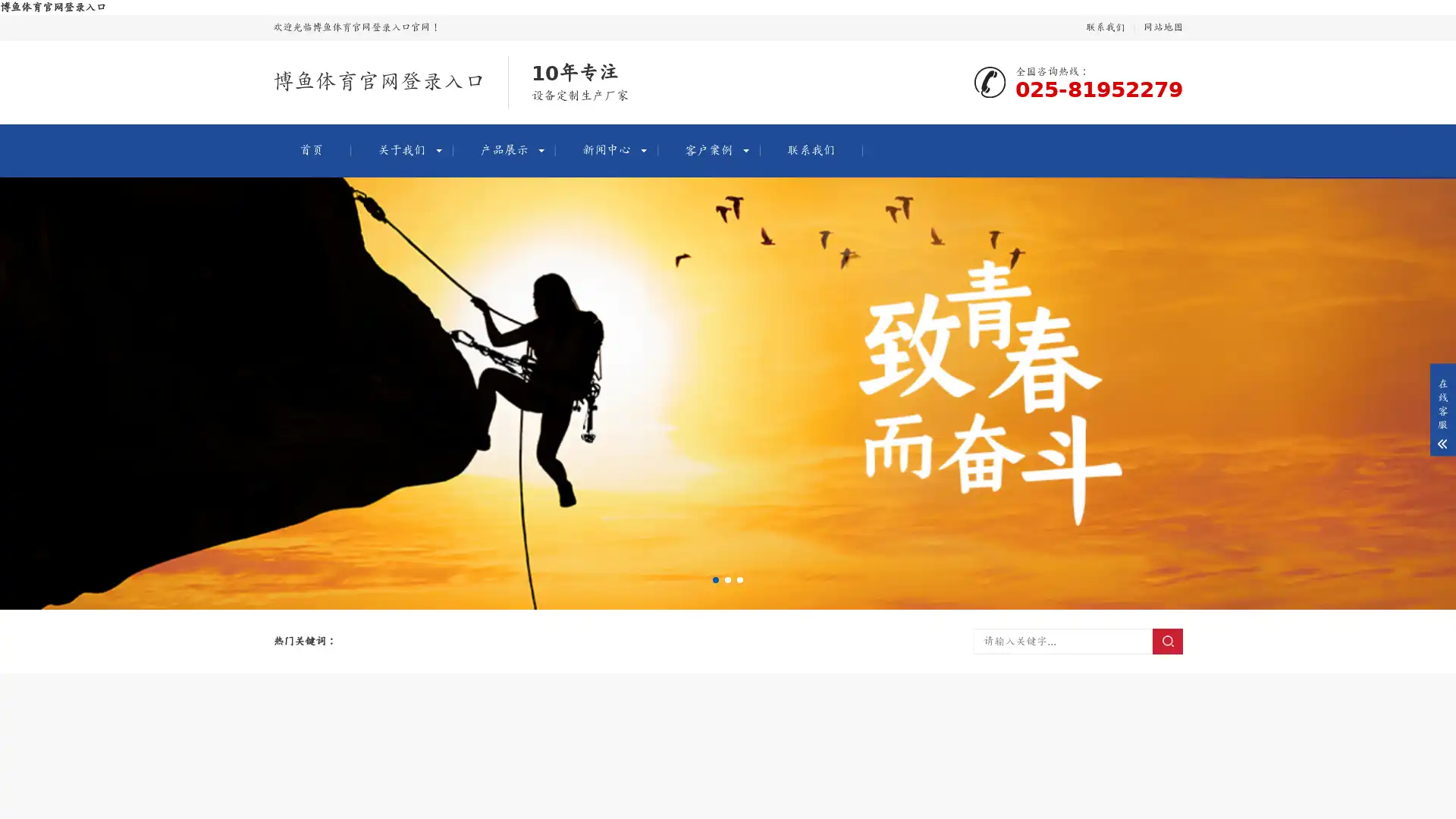  Describe the element at coordinates (715, 579) in the screenshot. I see `Go to slide 1` at that location.